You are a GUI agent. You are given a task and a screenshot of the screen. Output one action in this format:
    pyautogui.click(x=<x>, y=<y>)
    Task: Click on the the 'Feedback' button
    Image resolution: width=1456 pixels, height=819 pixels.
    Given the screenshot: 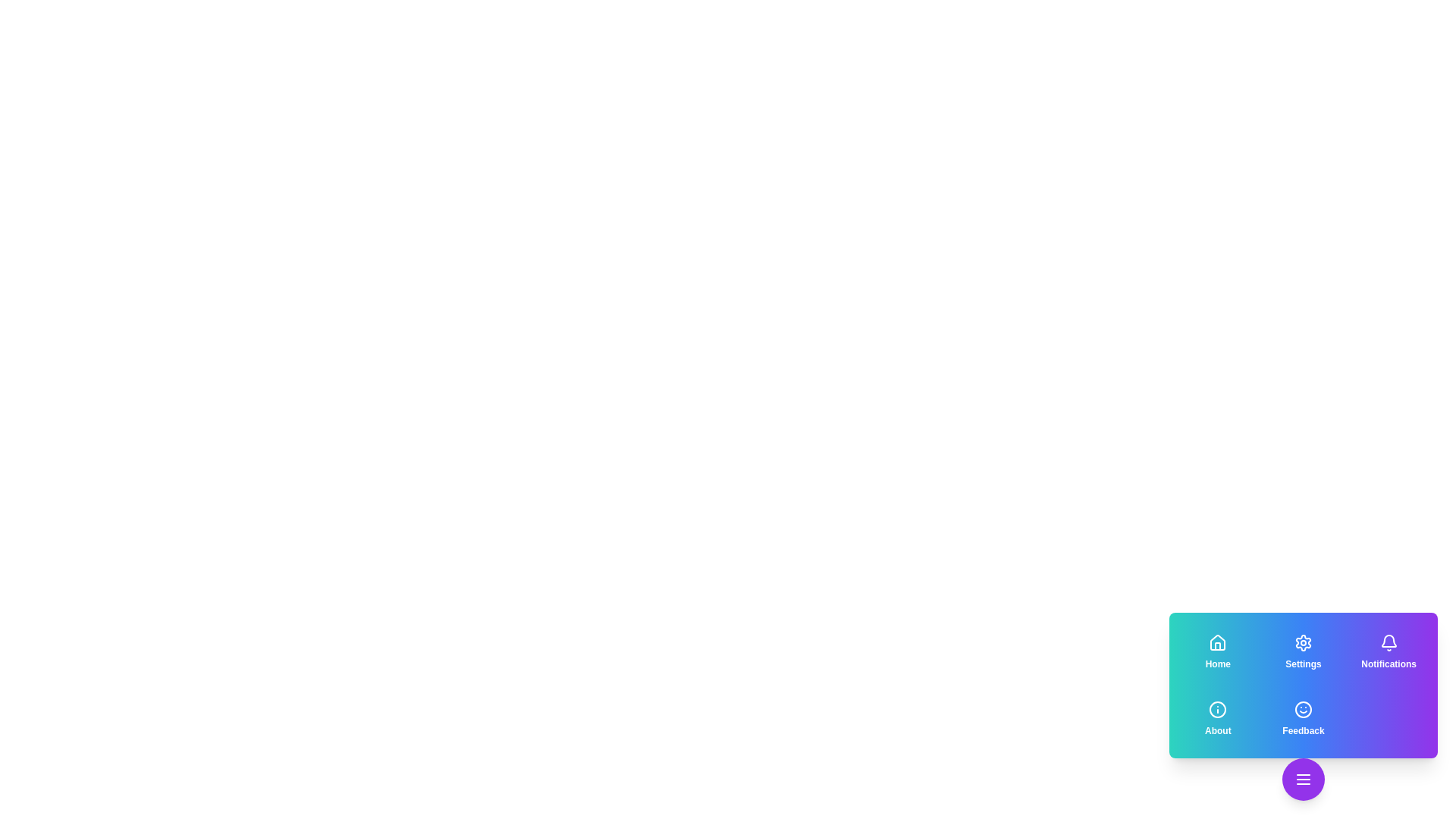 What is the action you would take?
    pyautogui.click(x=1302, y=718)
    